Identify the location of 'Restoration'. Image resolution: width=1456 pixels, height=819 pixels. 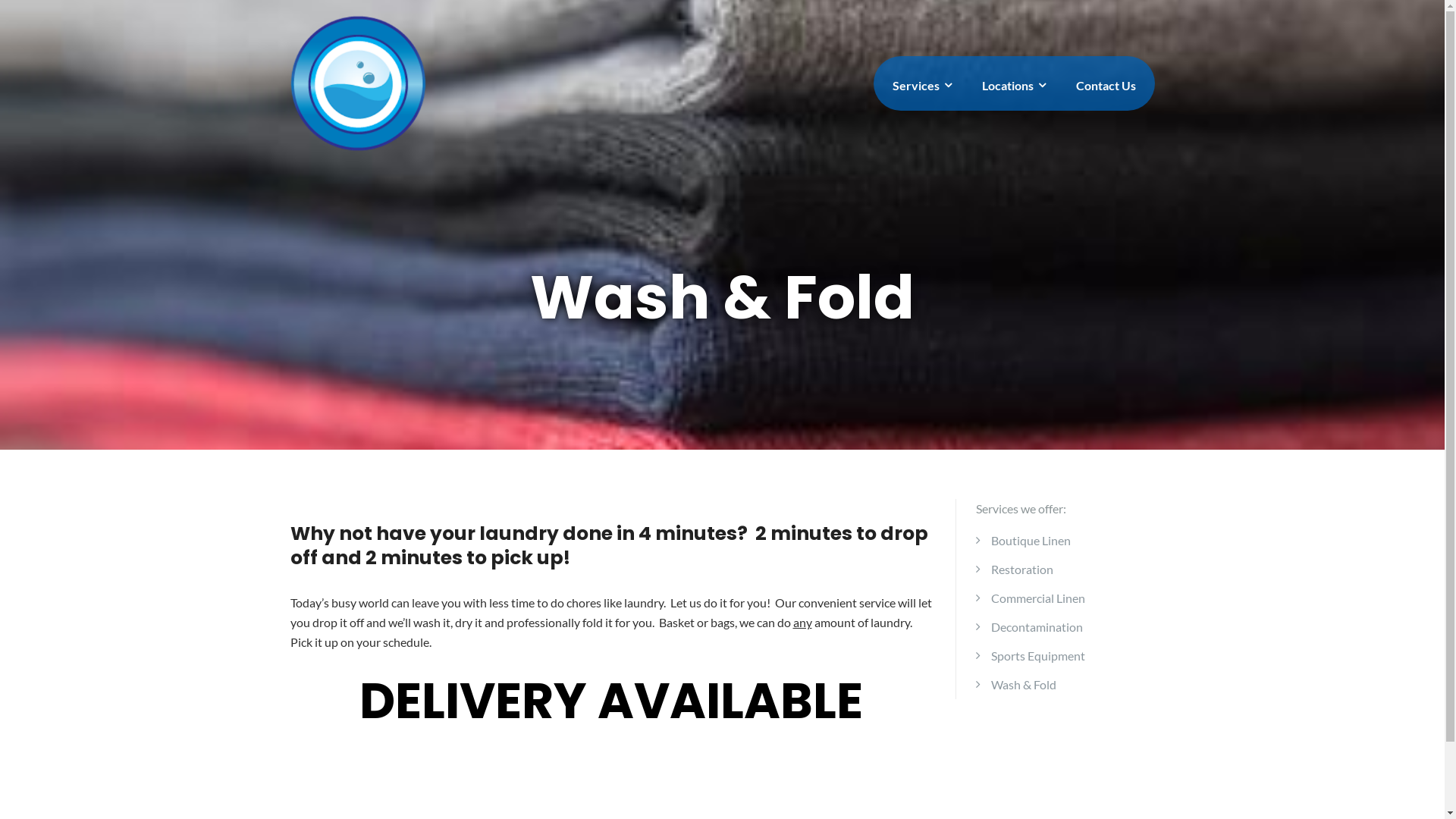
(1022, 569).